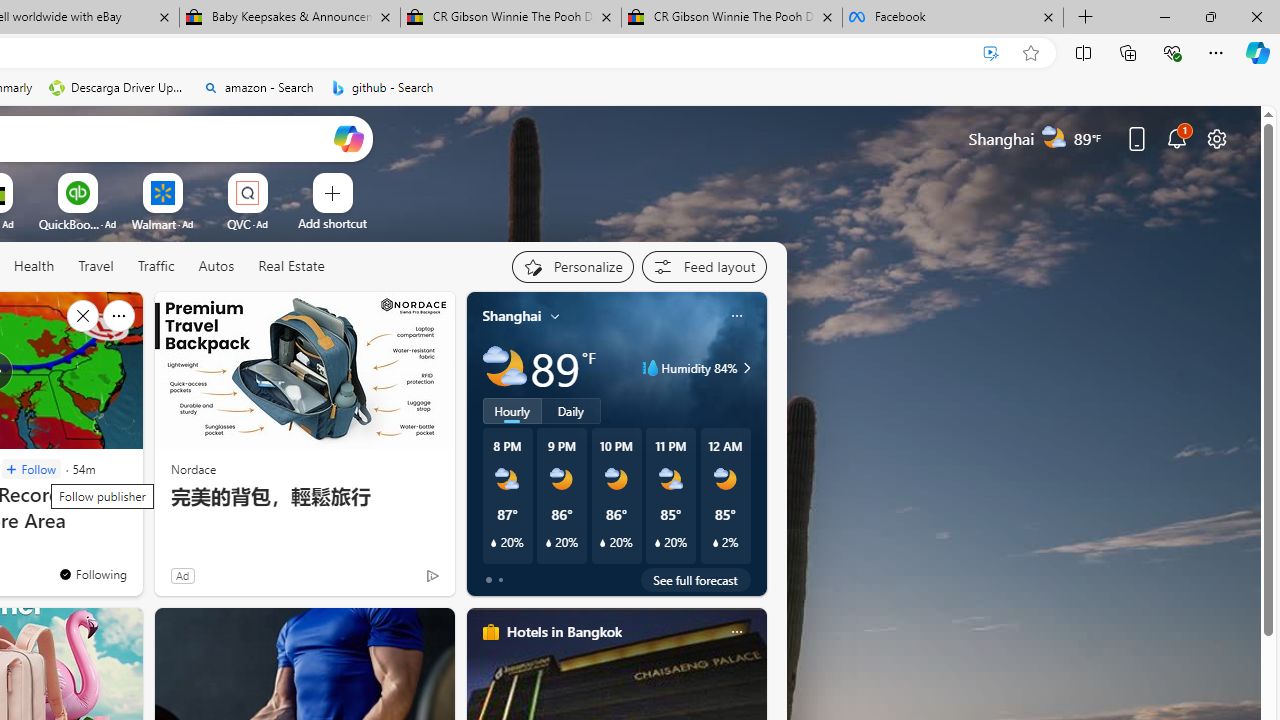  I want to click on 'Shanghai', so click(512, 315).